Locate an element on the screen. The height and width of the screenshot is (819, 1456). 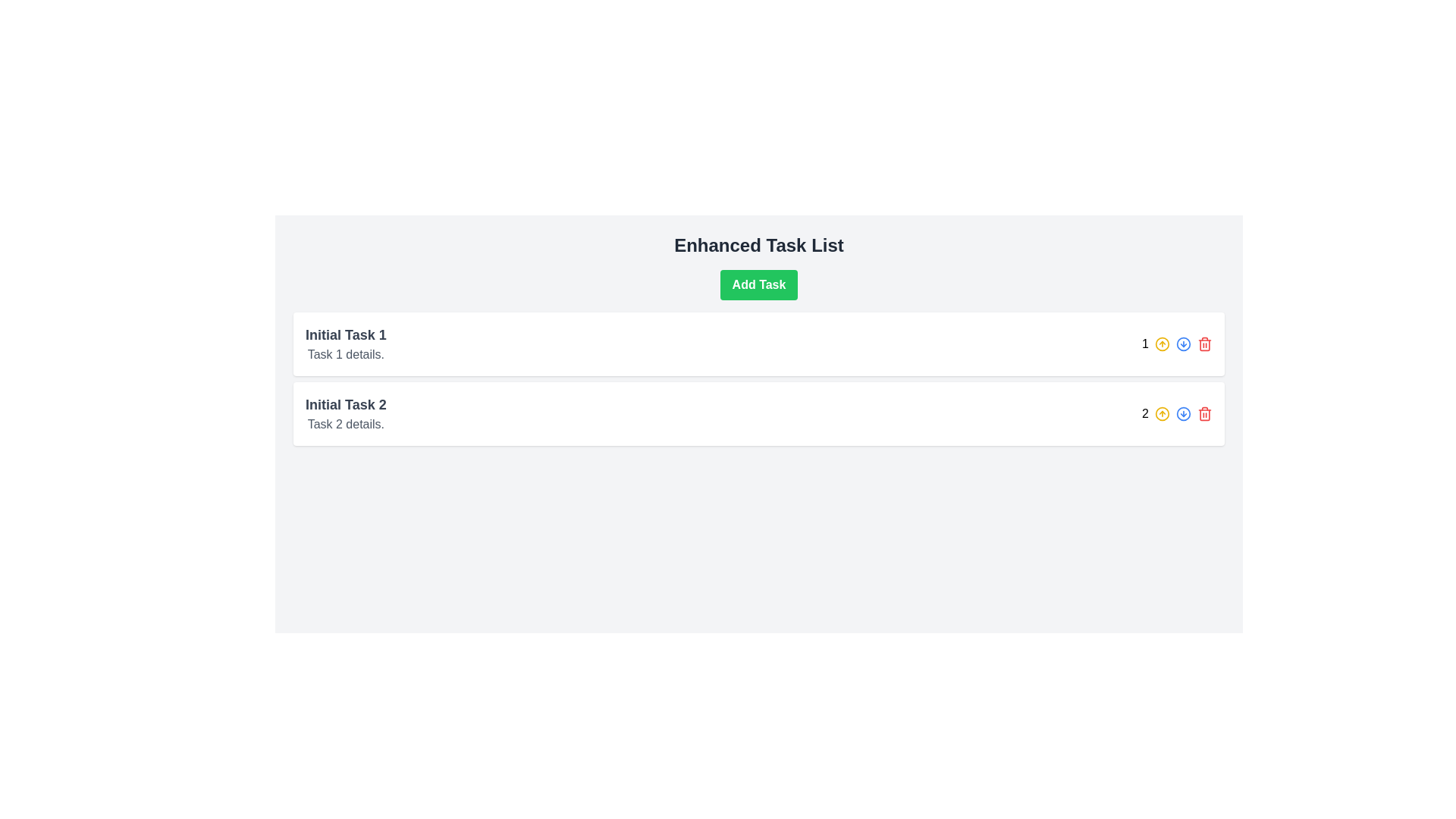
the text label displaying 'Task 1 details.' which is positioned directly below the 'Initial Task 1' heading in the first task card is located at coordinates (345, 354).